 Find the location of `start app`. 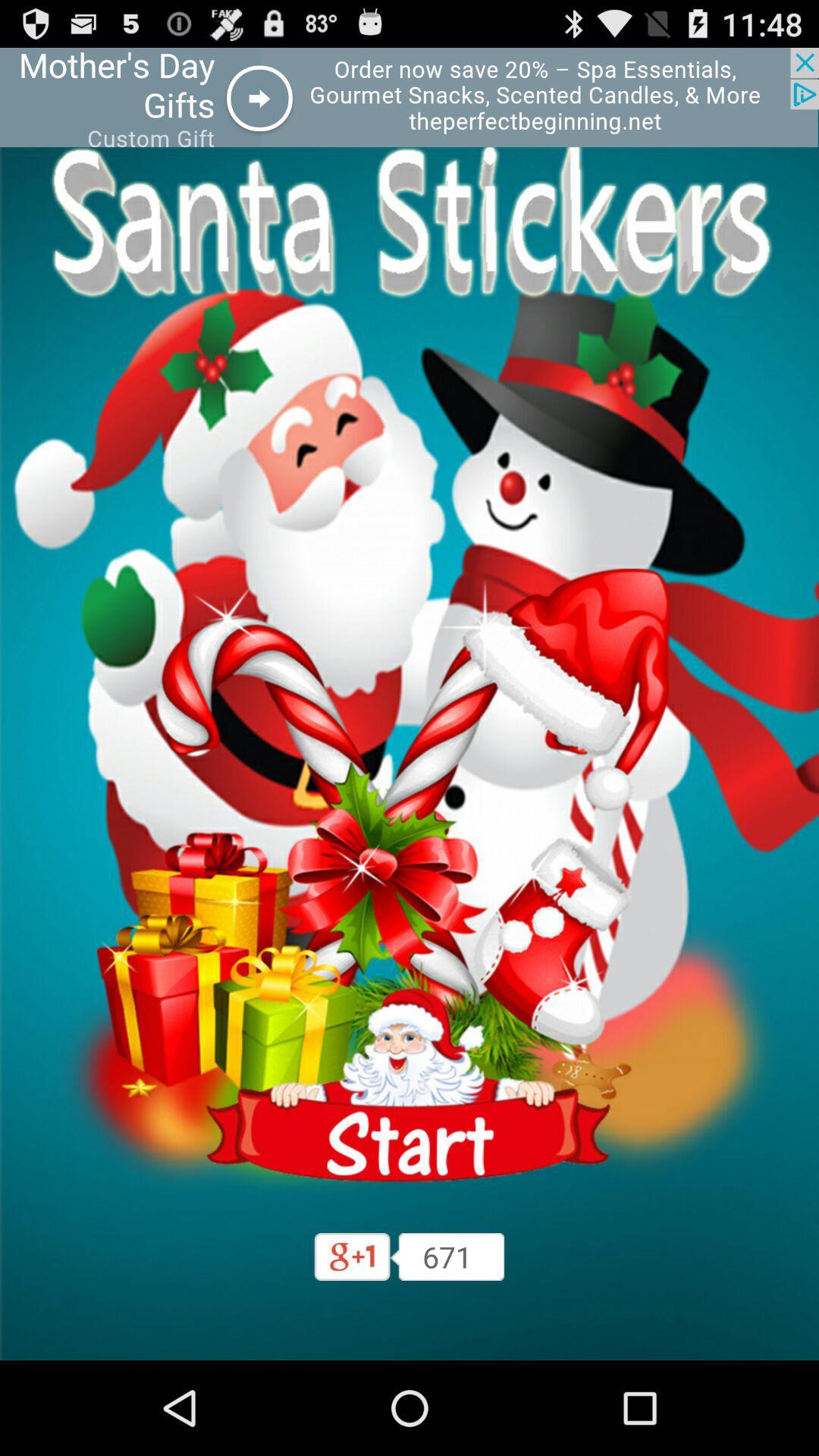

start app is located at coordinates (409, 1084).